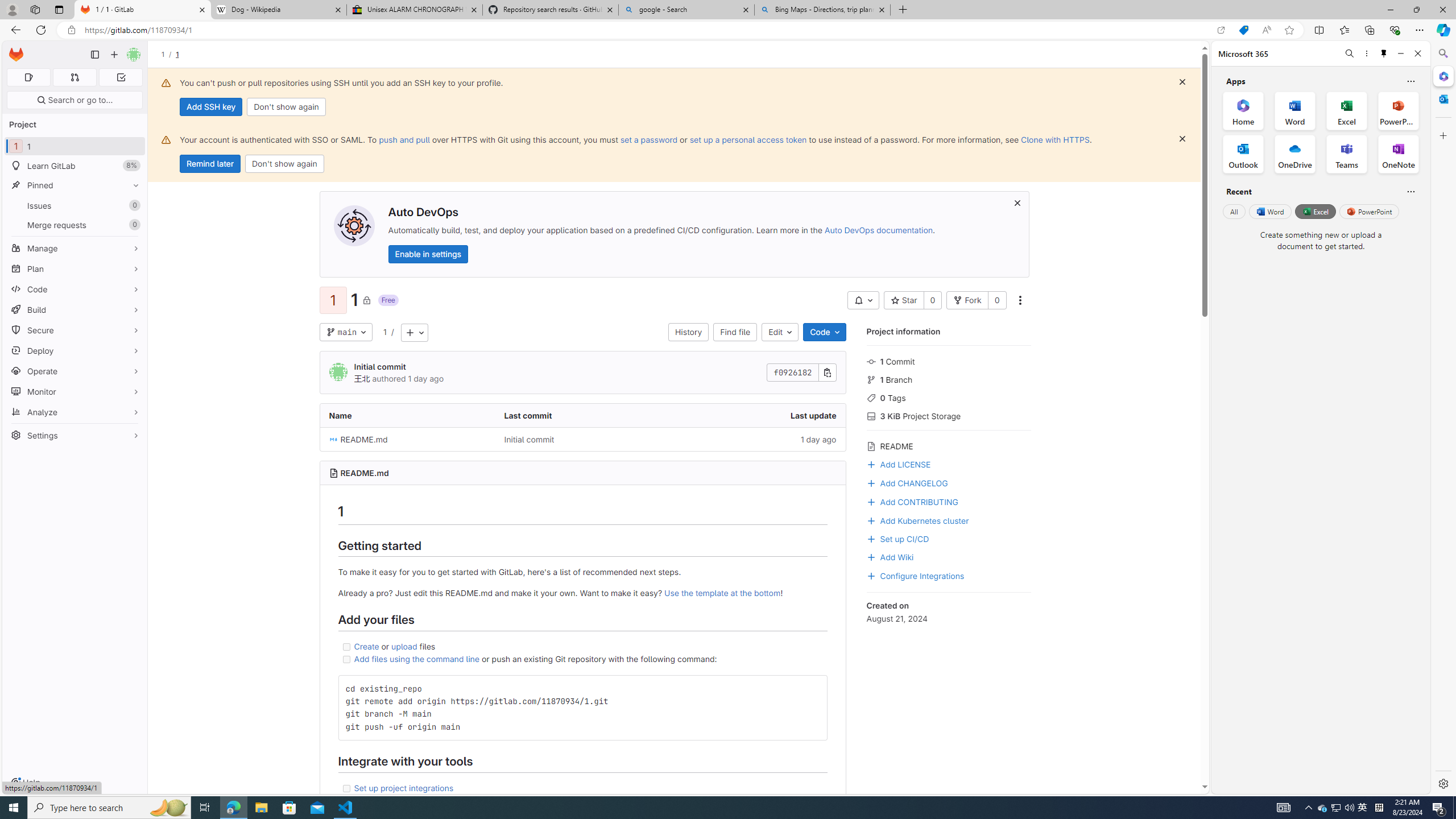  Describe the element at coordinates (948, 360) in the screenshot. I see `'1 Commit'` at that location.